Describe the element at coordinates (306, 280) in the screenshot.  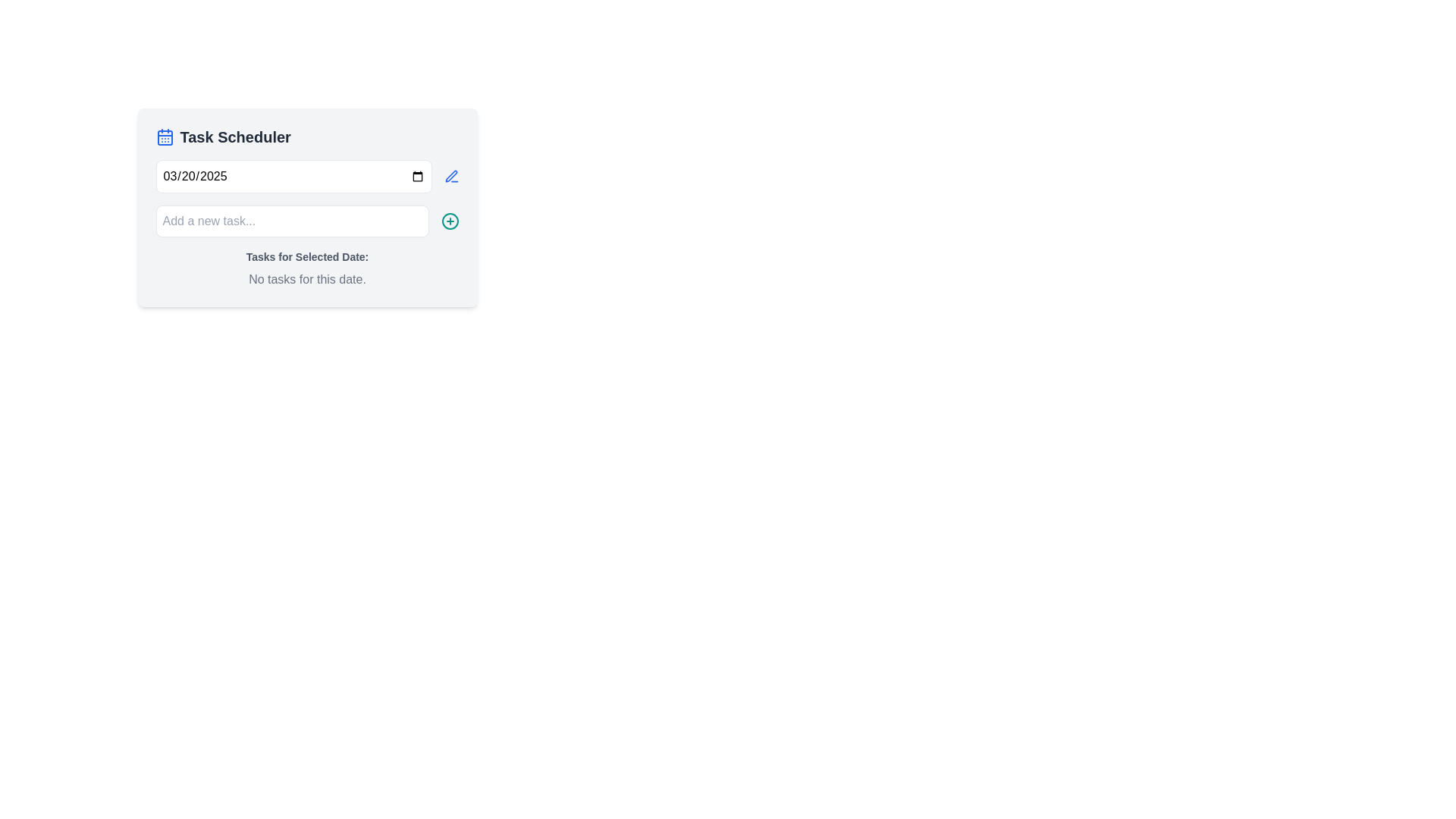
I see `the static text that indicates there are no tasks scheduled for the selected date, located beneath the subtitle 'Tasks for Selected Date:' within the 'Task Scheduler' card` at that location.